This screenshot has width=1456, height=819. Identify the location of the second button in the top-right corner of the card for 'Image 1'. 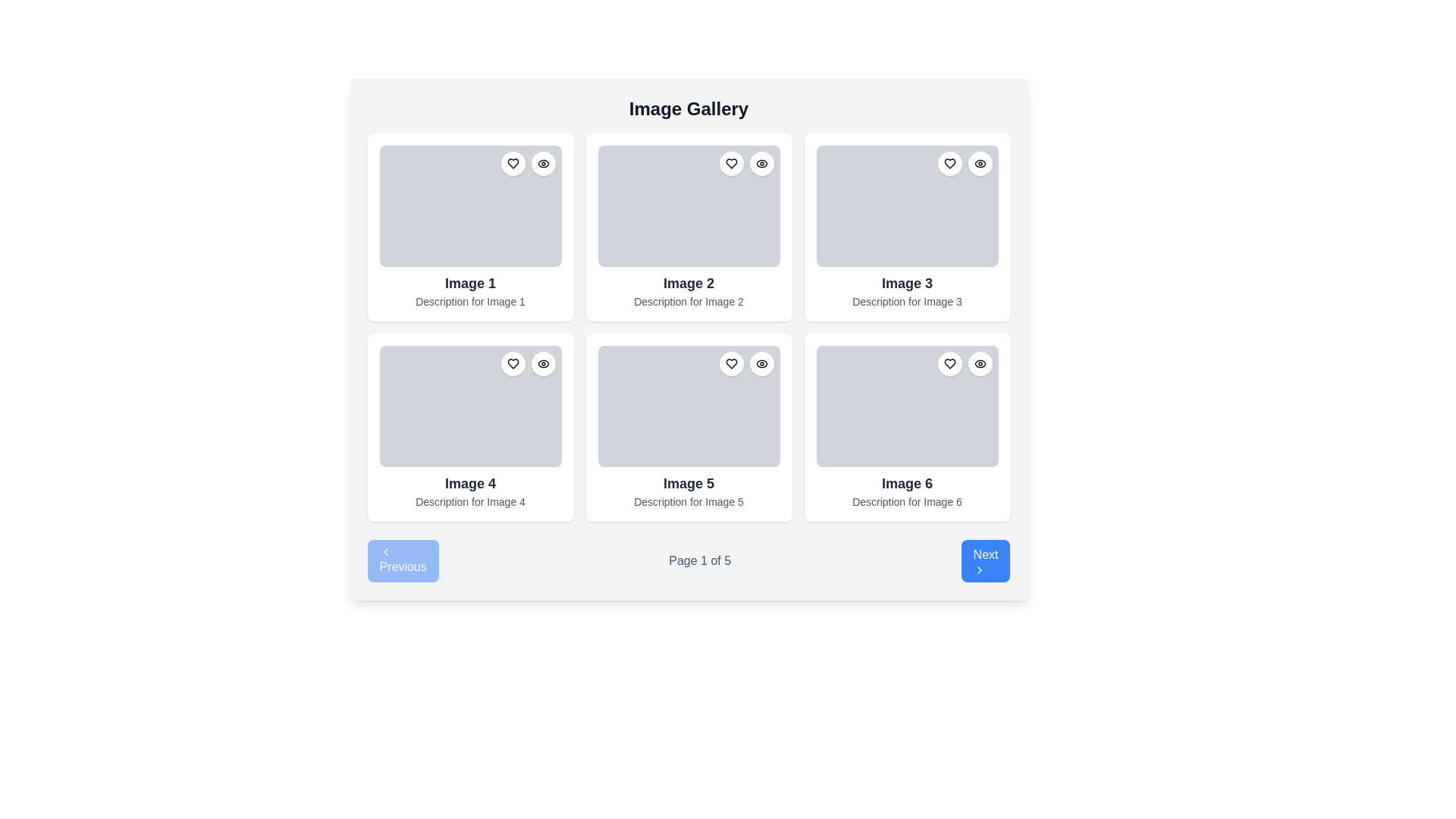
(543, 164).